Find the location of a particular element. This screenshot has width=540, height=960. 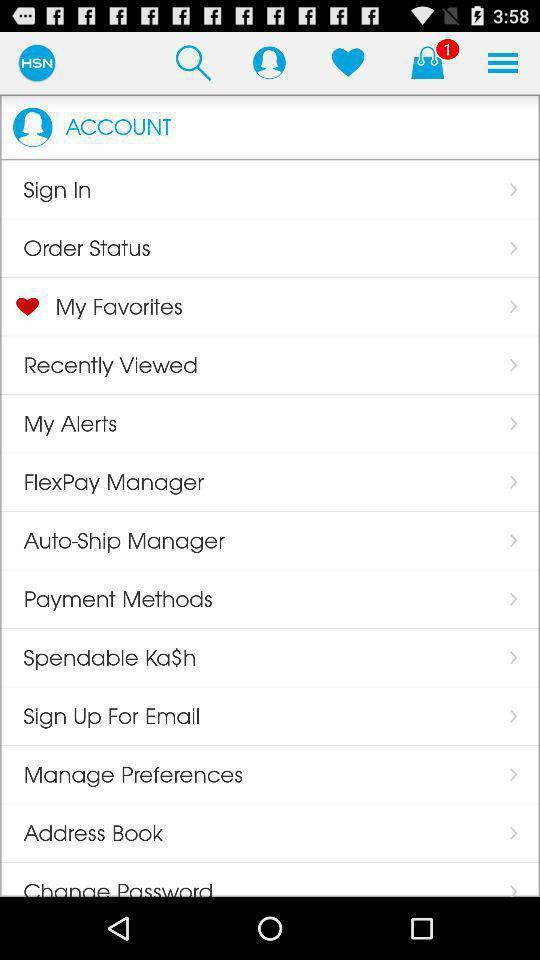

item above the change password icon is located at coordinates (80, 833).